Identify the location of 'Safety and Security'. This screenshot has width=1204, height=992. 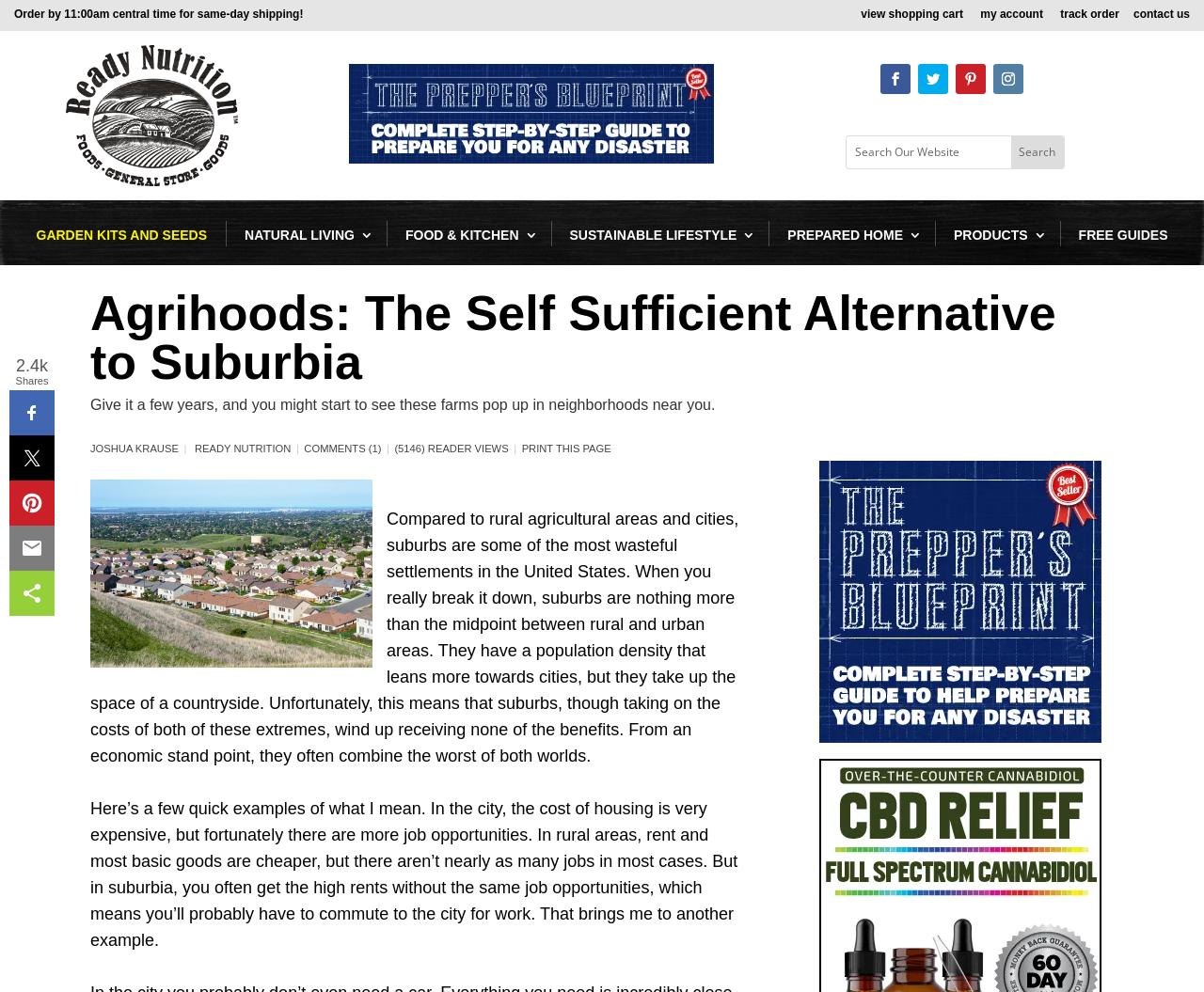
(881, 641).